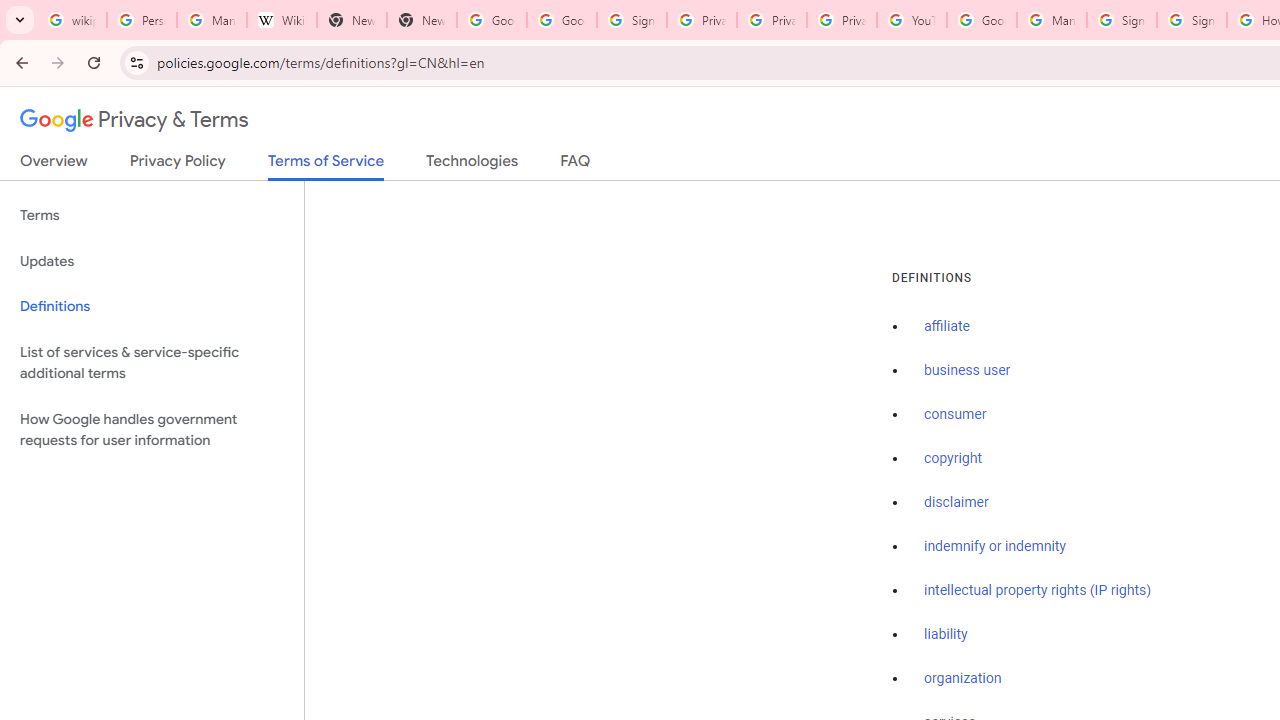 Image resolution: width=1280 pixels, height=720 pixels. What do you see at coordinates (560, 20) in the screenshot?
I see `'Google Drive: Sign-in'` at bounding box center [560, 20].